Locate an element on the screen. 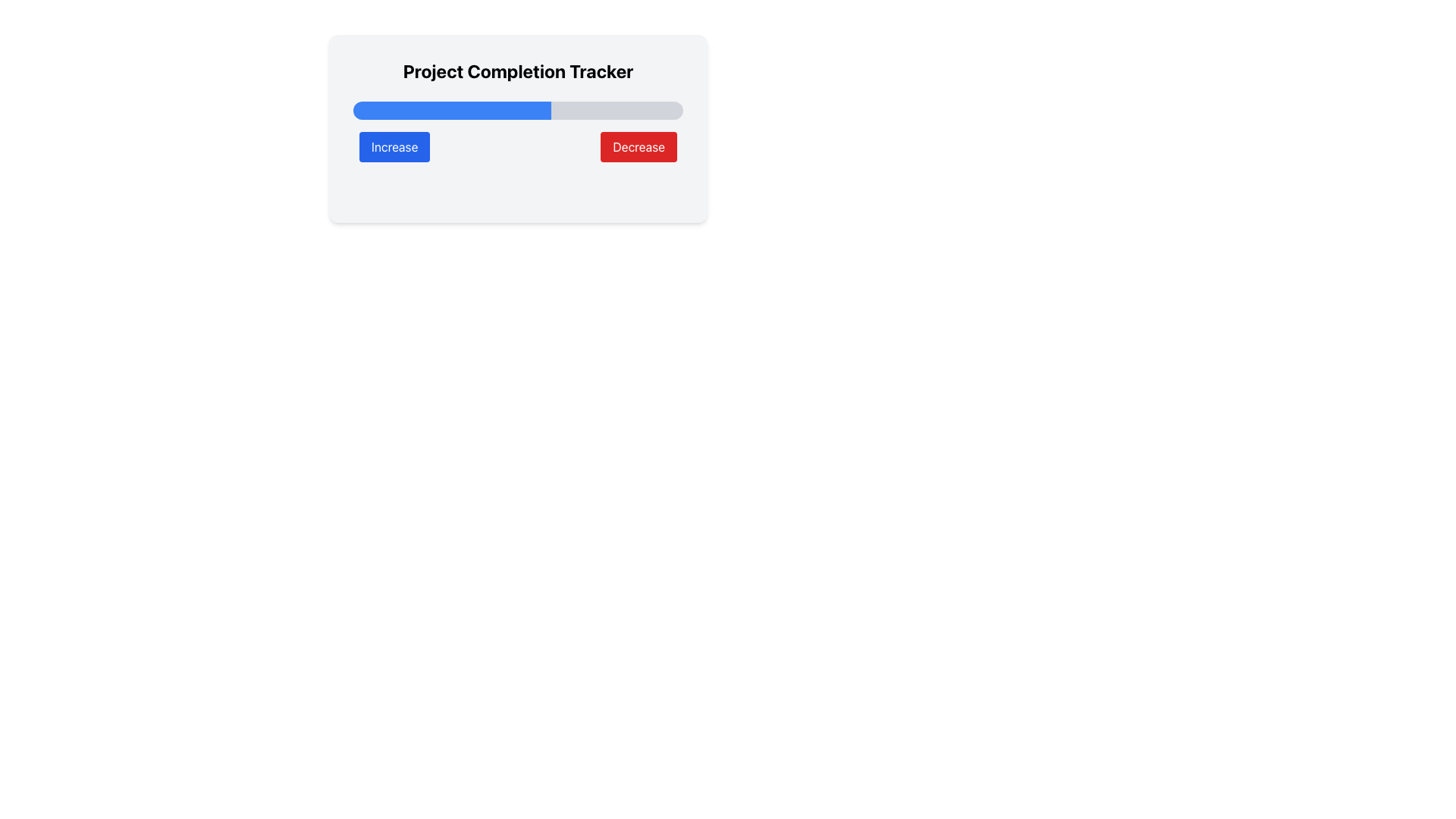  the increment button located on the left side under the progress tracker bar to observe hover effects is located at coordinates (394, 146).